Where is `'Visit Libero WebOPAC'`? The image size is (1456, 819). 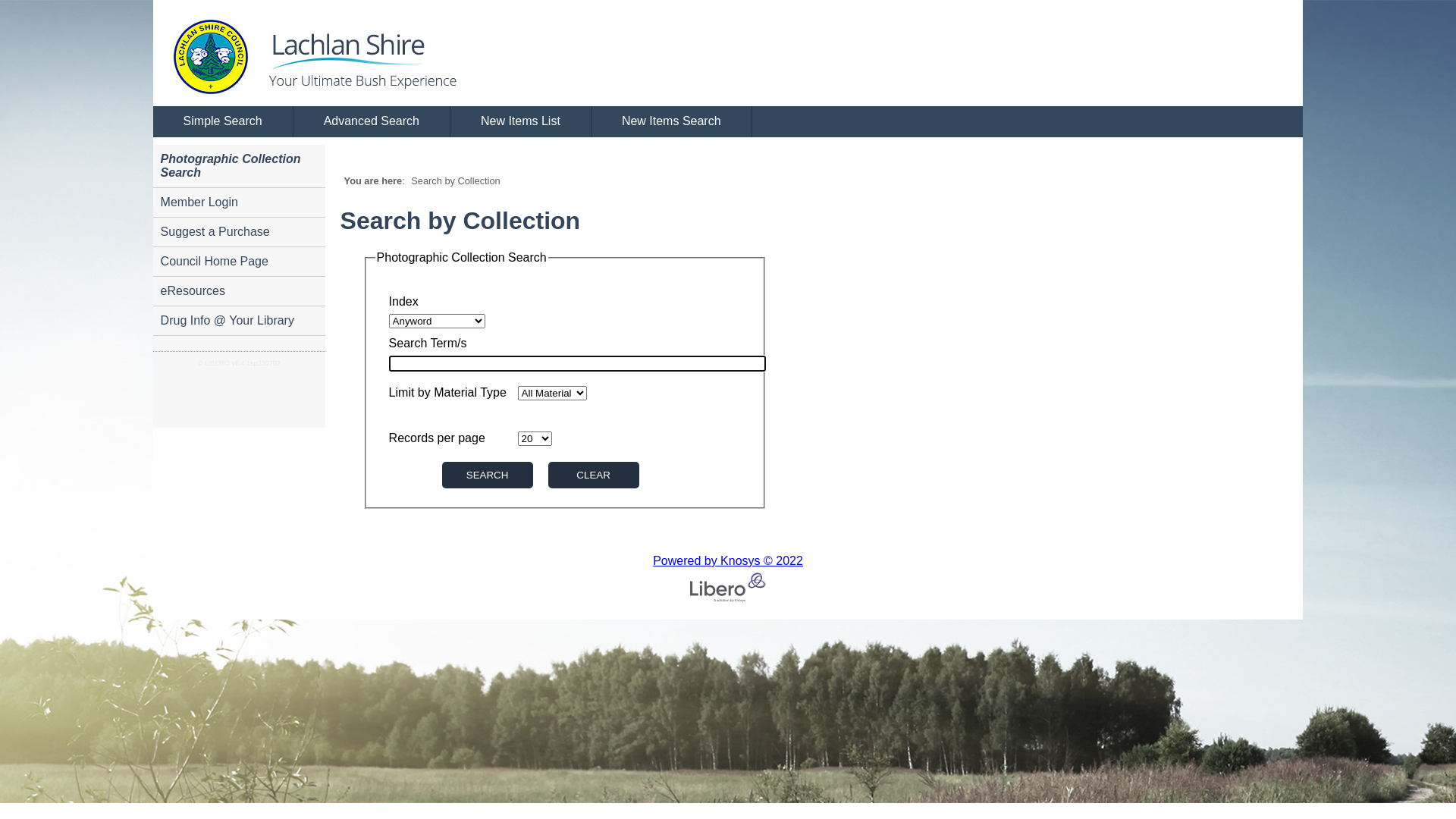 'Visit Libero WebOPAC' is located at coordinates (152, 52).